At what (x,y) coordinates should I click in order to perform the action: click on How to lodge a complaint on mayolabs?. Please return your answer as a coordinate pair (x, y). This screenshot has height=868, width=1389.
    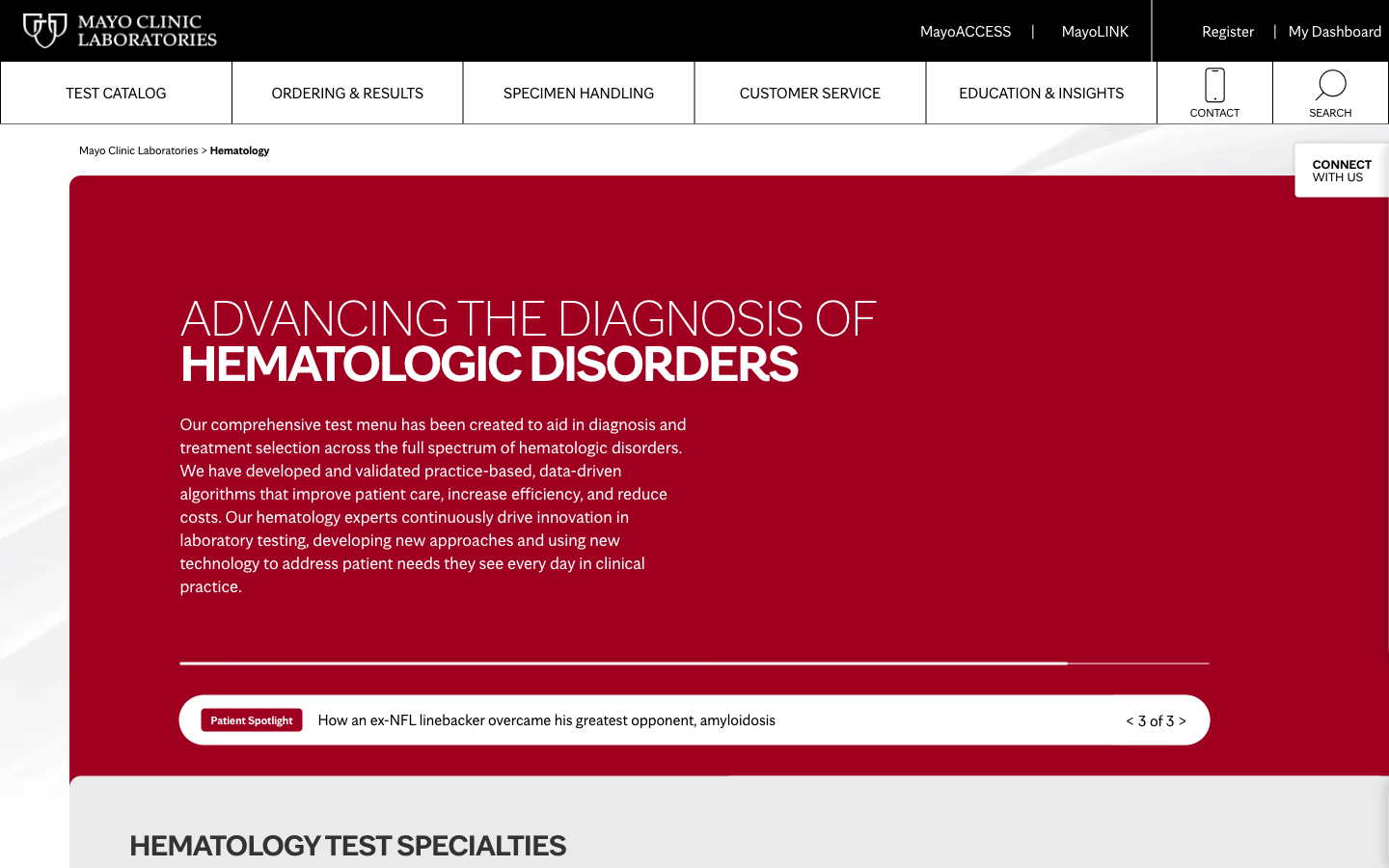
    Looking at the image, I should click on (809, 92).